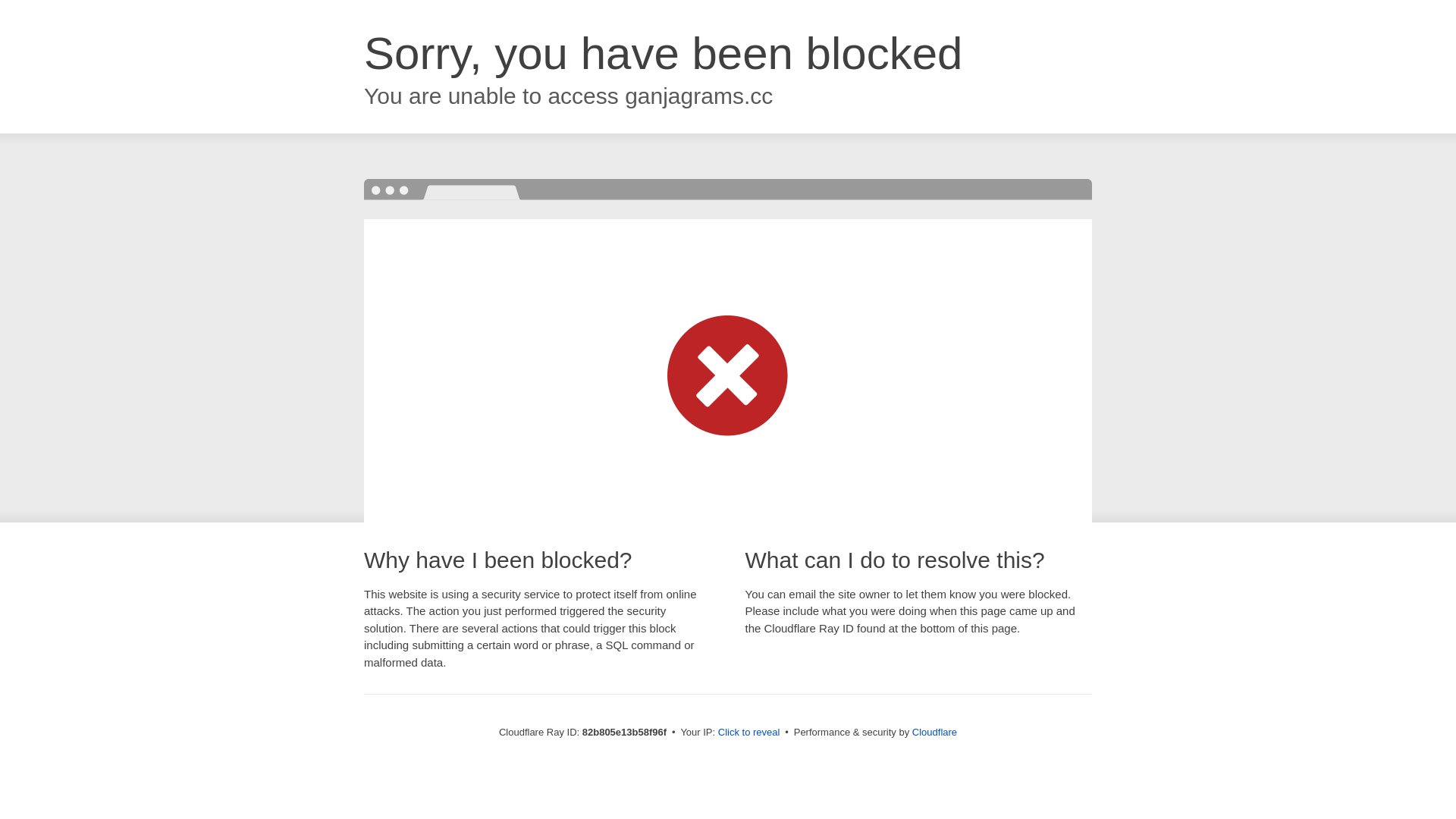 The height and width of the screenshot is (819, 1456). Describe the element at coordinates (749, 731) in the screenshot. I see `'Click to reveal'` at that location.